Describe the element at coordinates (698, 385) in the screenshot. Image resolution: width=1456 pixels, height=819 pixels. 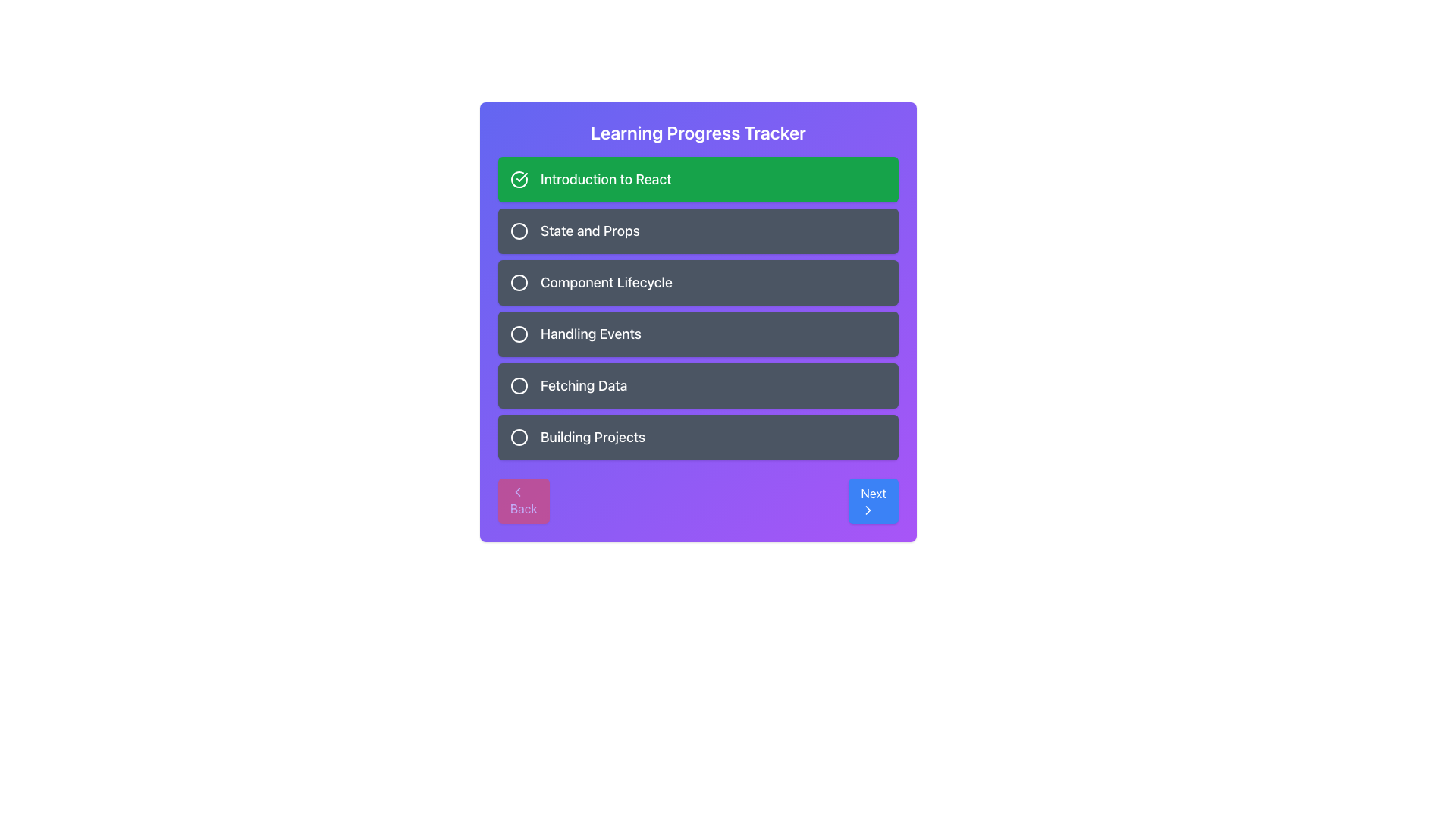
I see `the fifth item in the 'Learning Progress Tracker' section, which represents the 'Fetching Data' topic` at that location.